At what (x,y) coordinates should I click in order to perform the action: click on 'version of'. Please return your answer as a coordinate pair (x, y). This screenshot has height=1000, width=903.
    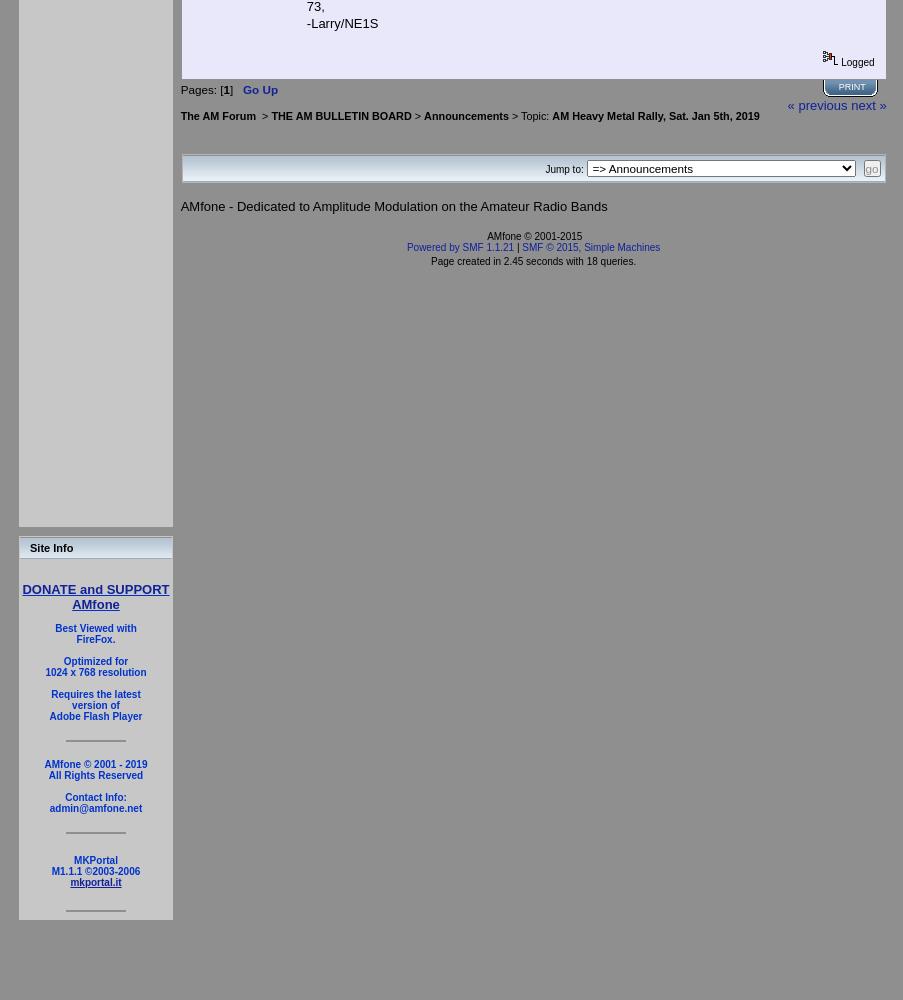
    Looking at the image, I should click on (95, 704).